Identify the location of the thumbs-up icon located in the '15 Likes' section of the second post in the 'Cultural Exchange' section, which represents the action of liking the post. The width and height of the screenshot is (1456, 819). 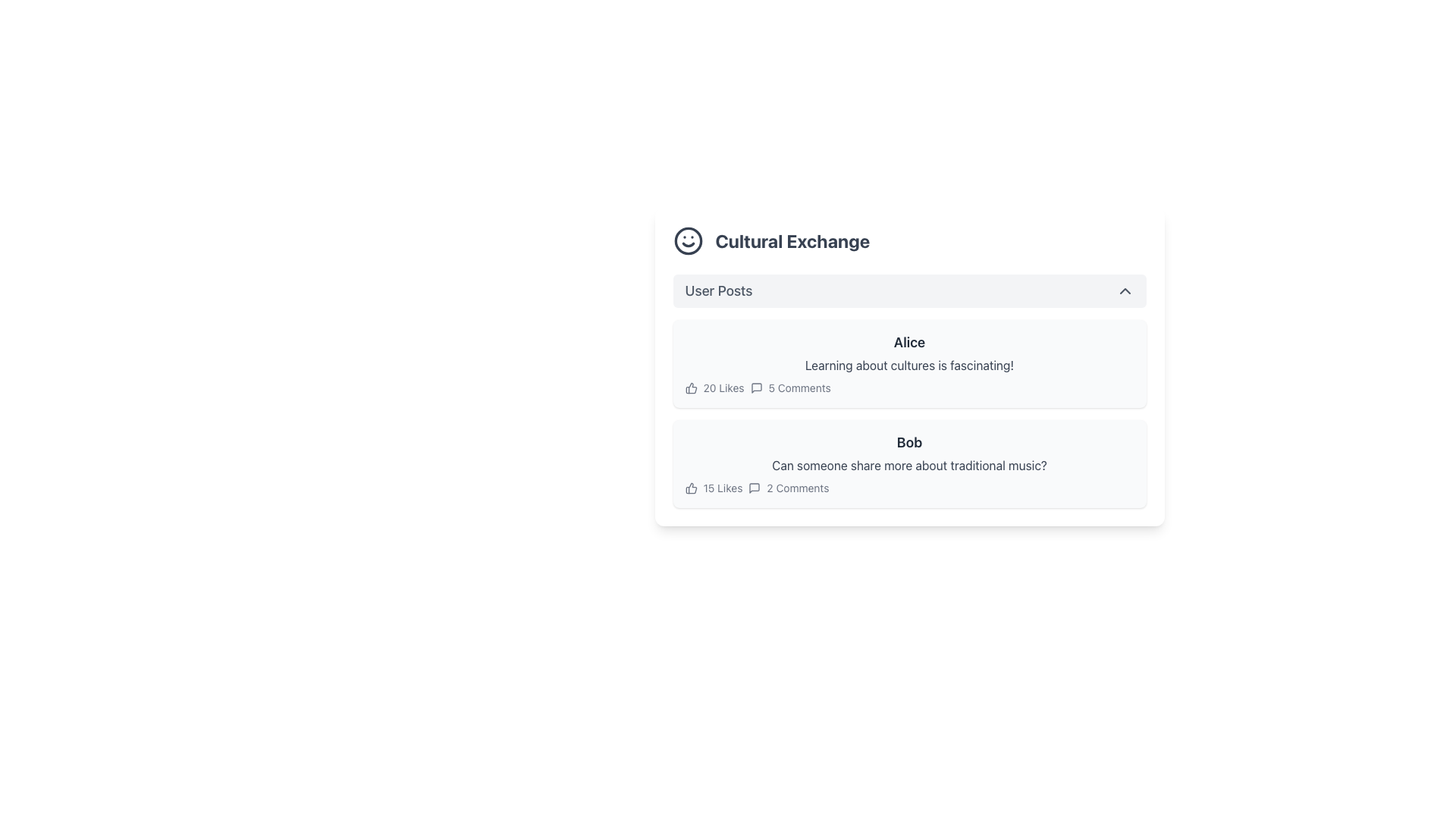
(690, 488).